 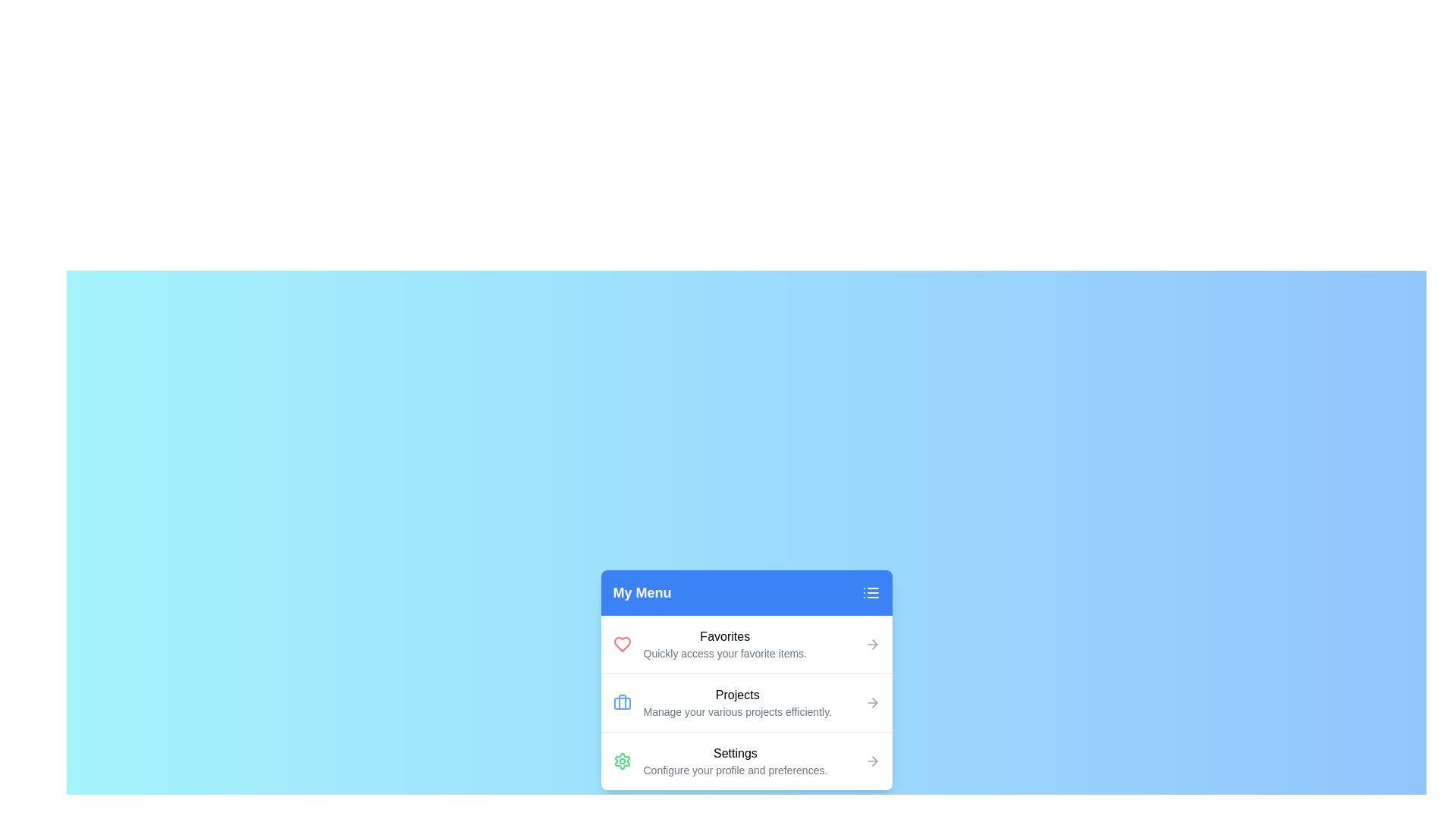 I want to click on the menu item Settings, so click(x=746, y=761).